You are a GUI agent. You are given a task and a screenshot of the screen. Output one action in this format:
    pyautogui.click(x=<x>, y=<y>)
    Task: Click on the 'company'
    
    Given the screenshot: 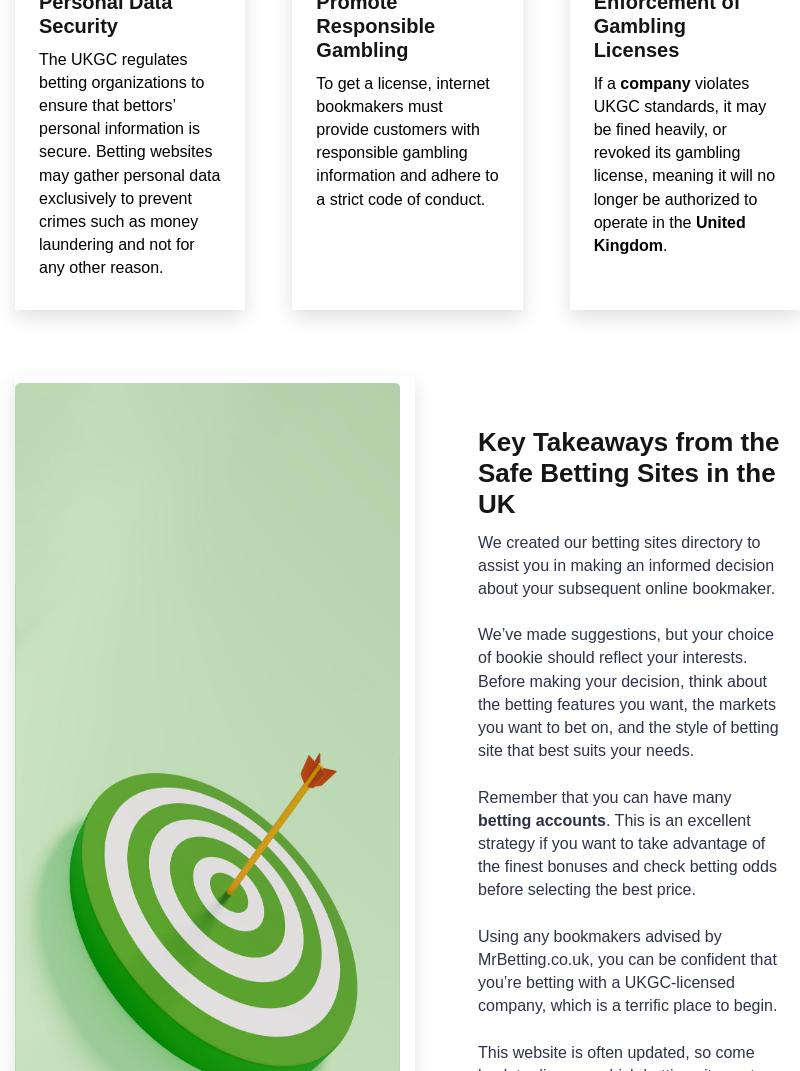 What is the action you would take?
    pyautogui.click(x=654, y=82)
    